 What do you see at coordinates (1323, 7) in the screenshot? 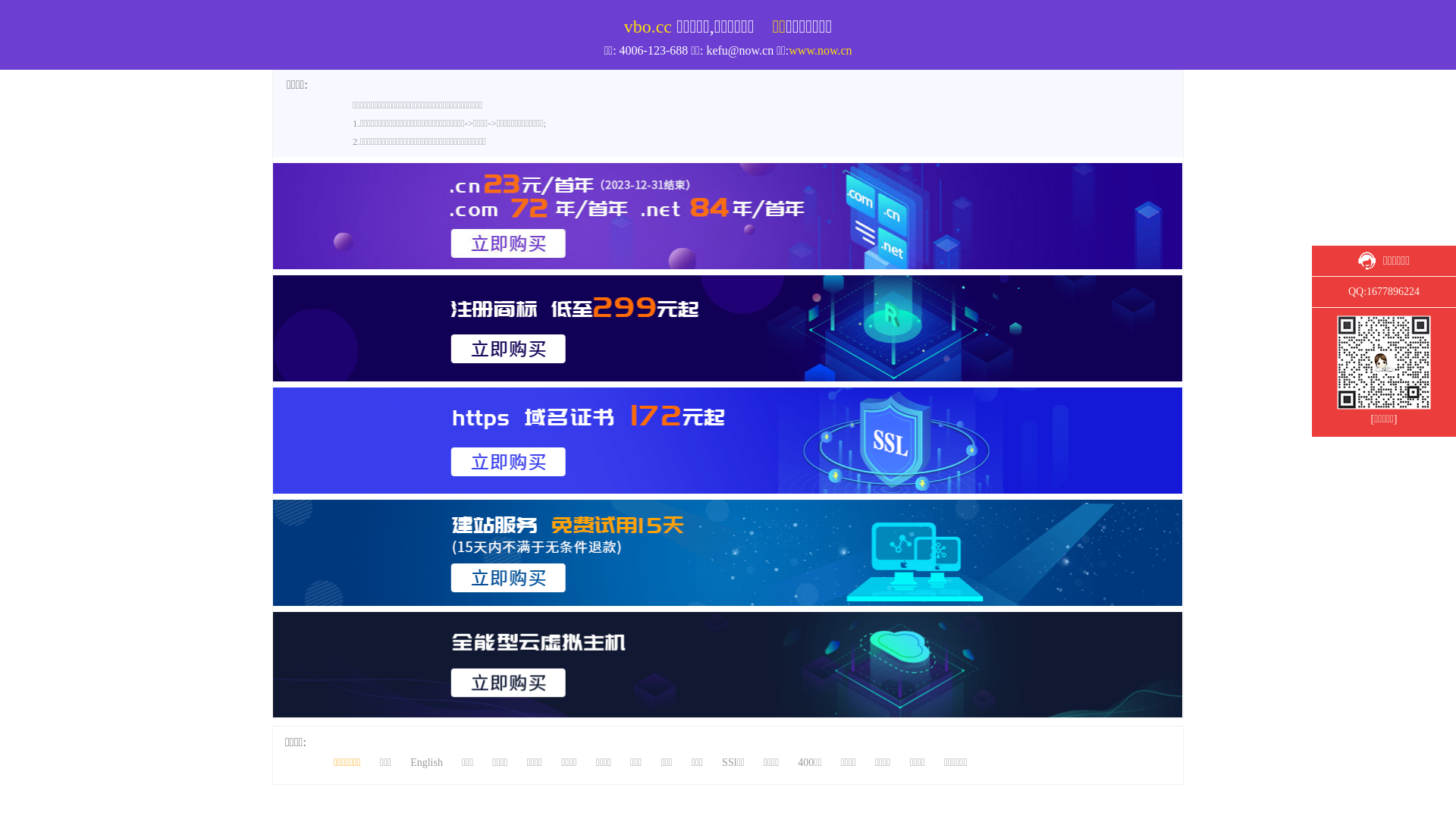
I see `'English'` at bounding box center [1323, 7].